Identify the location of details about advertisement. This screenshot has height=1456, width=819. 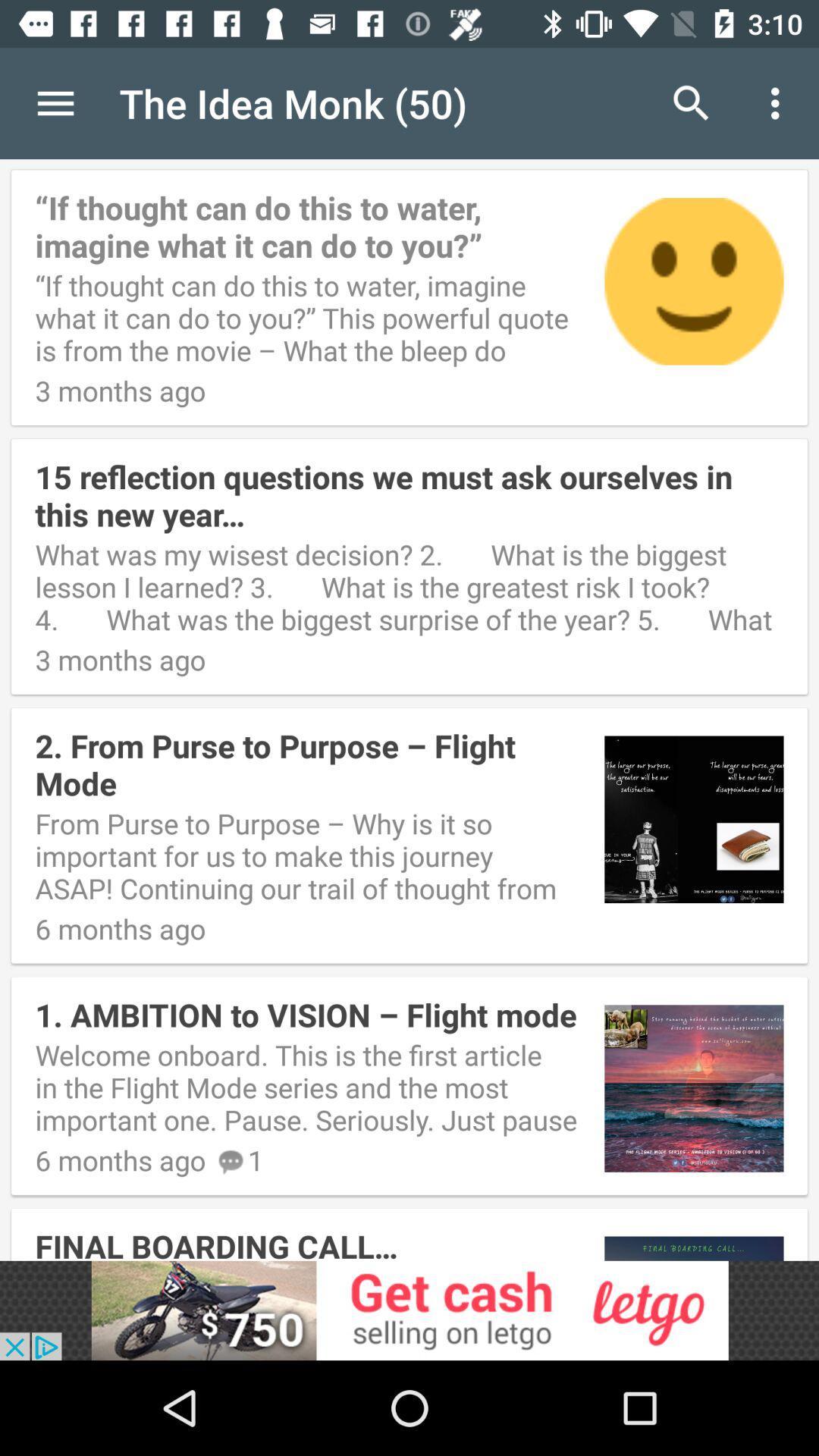
(409, 1310).